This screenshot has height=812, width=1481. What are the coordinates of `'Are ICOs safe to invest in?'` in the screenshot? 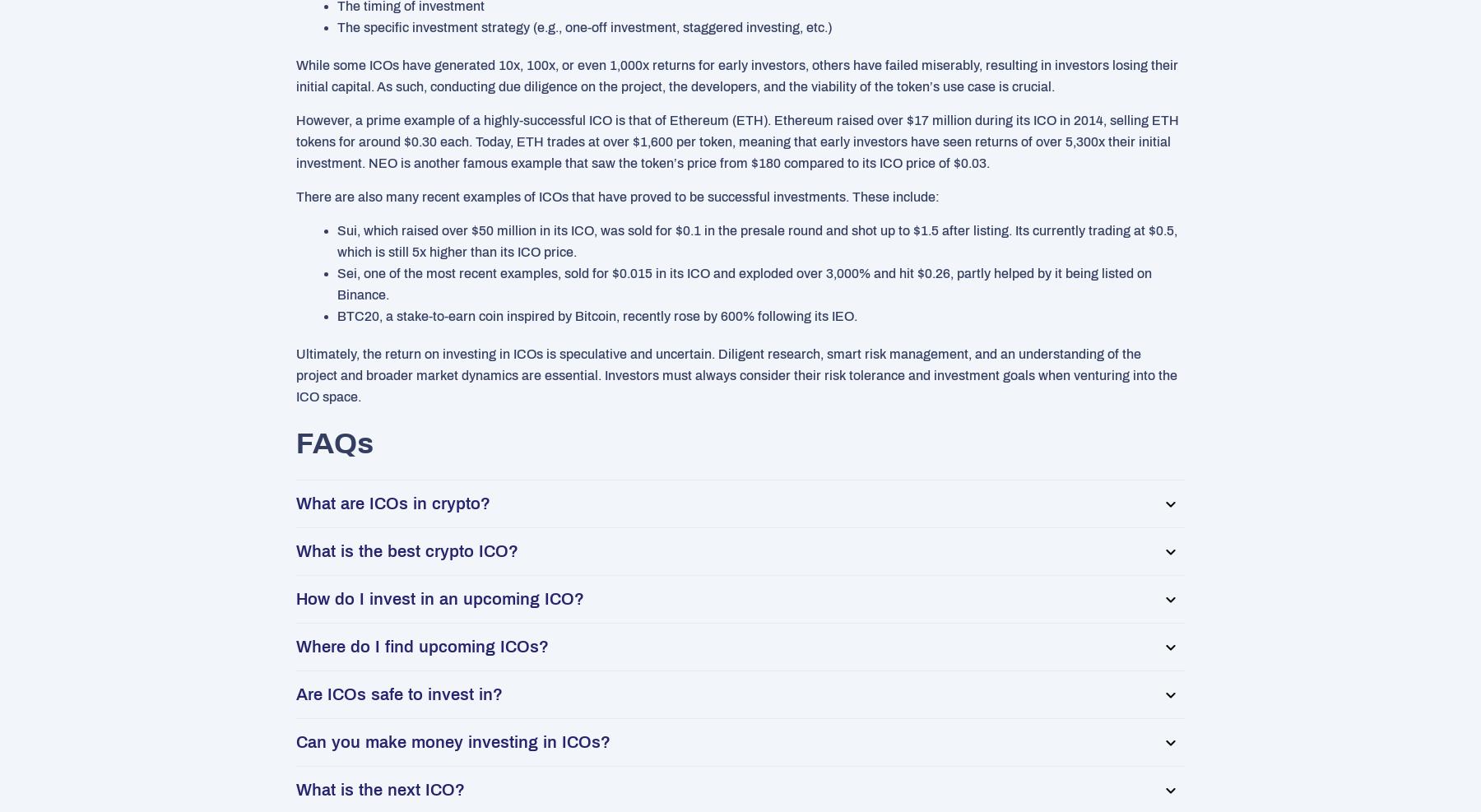 It's located at (398, 694).